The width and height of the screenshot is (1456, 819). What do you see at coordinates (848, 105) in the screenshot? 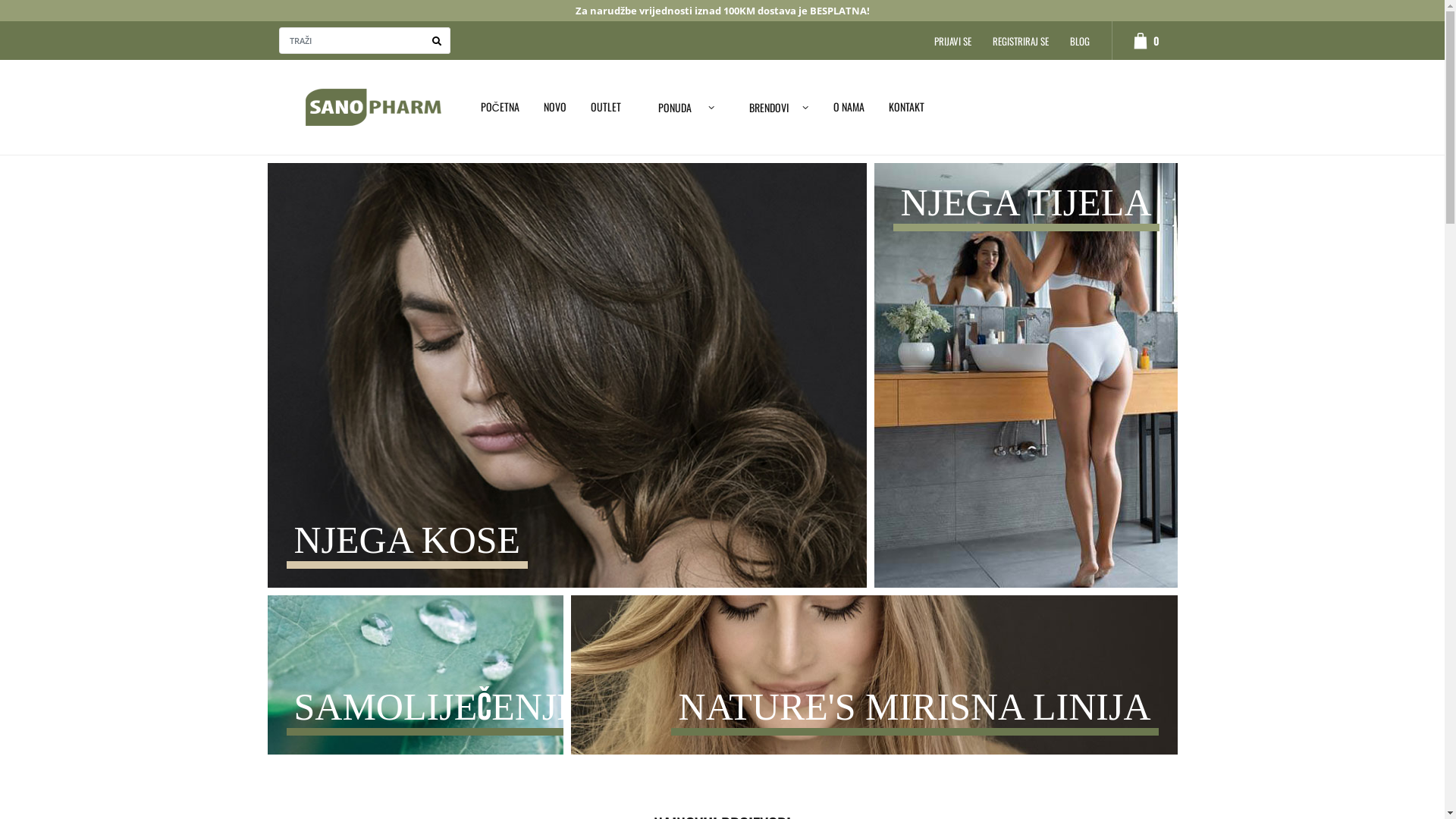
I see `'O NAMA'` at bounding box center [848, 105].